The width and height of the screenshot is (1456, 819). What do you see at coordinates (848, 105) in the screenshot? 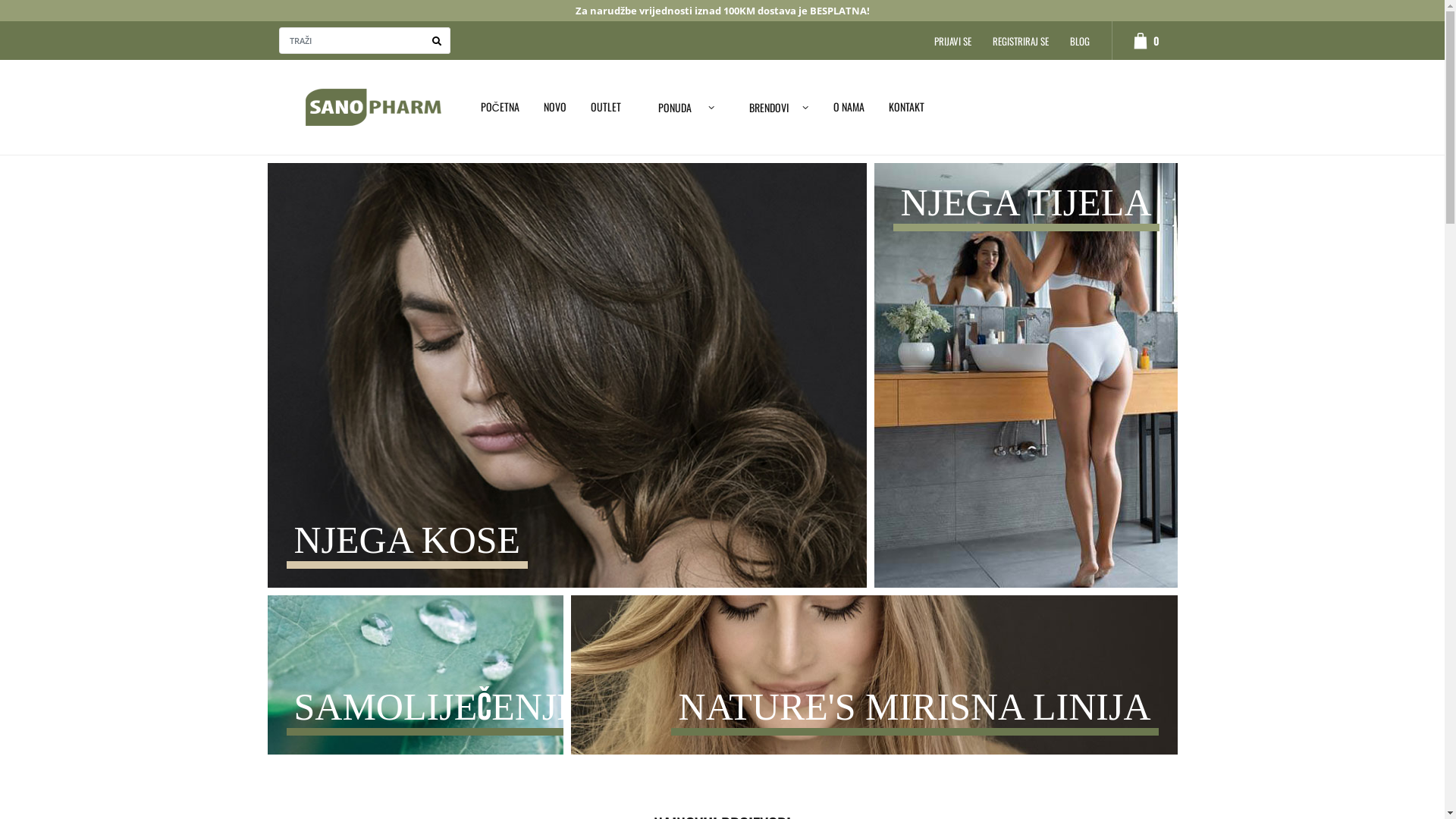
I see `'O NAMA'` at bounding box center [848, 105].